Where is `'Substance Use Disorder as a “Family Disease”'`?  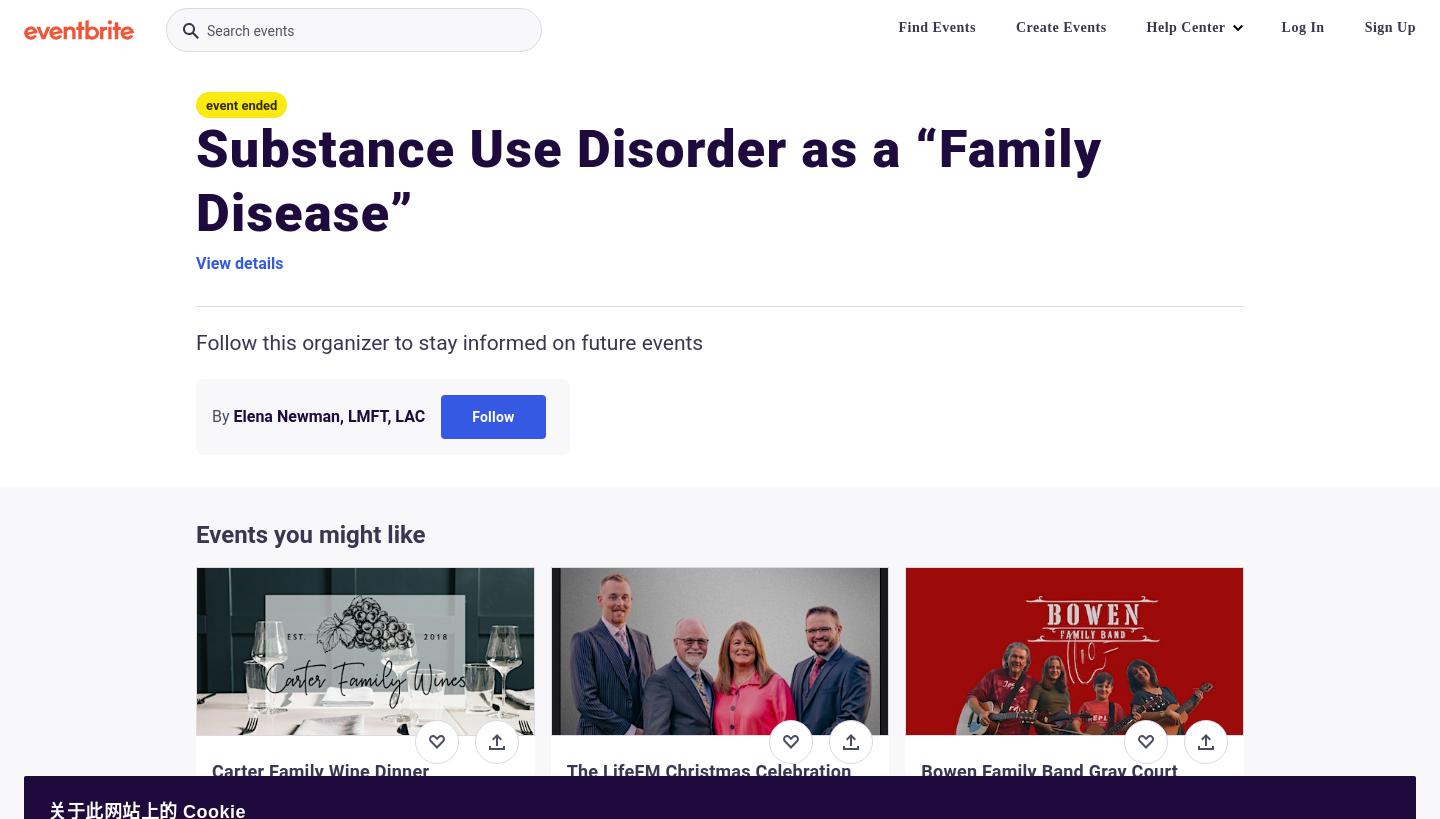
'Substance Use Disorder as a “Family Disease”' is located at coordinates (648, 181).